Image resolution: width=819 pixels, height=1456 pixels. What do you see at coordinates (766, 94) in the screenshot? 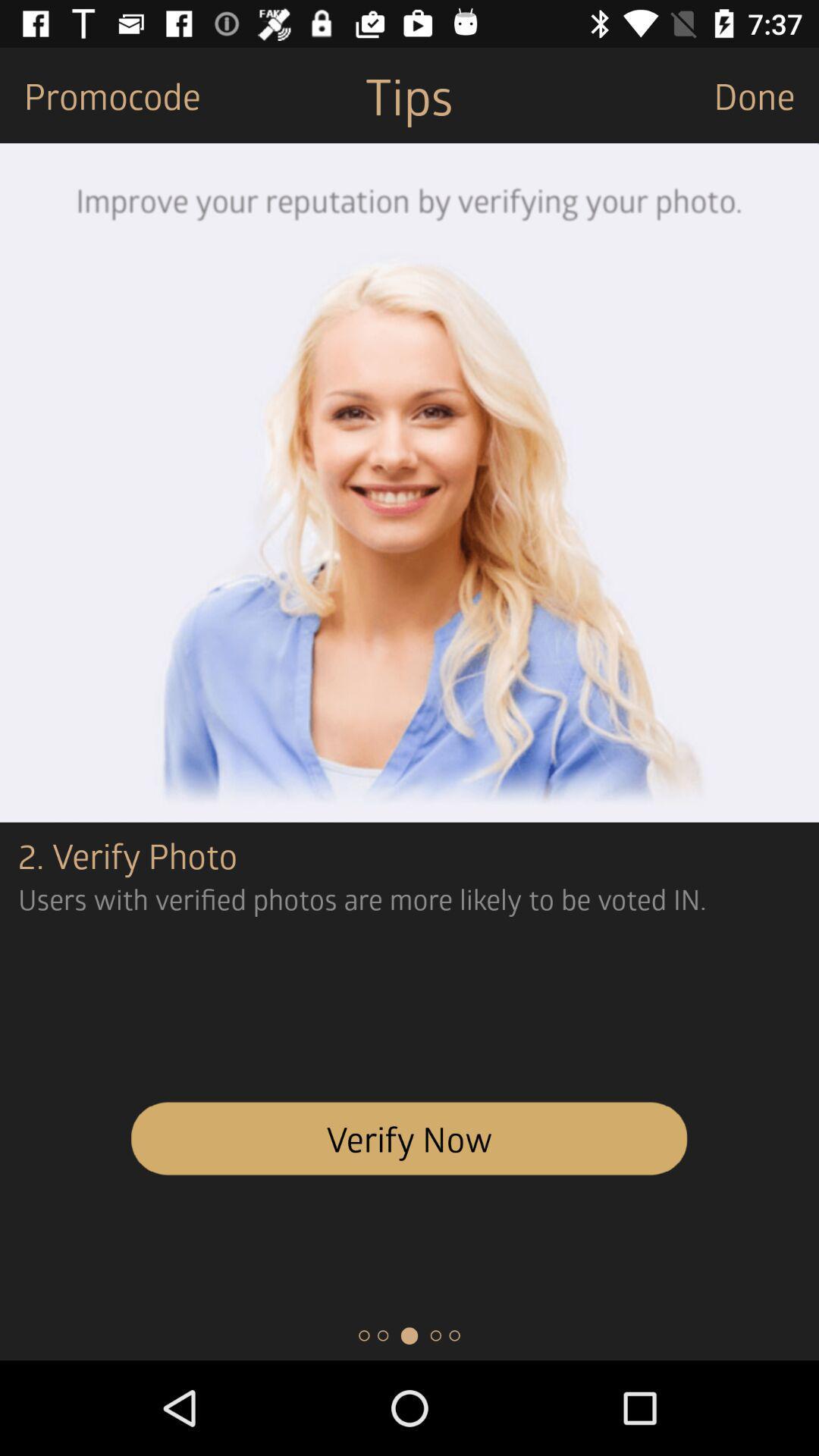
I see `the icon to the right of tips` at bounding box center [766, 94].